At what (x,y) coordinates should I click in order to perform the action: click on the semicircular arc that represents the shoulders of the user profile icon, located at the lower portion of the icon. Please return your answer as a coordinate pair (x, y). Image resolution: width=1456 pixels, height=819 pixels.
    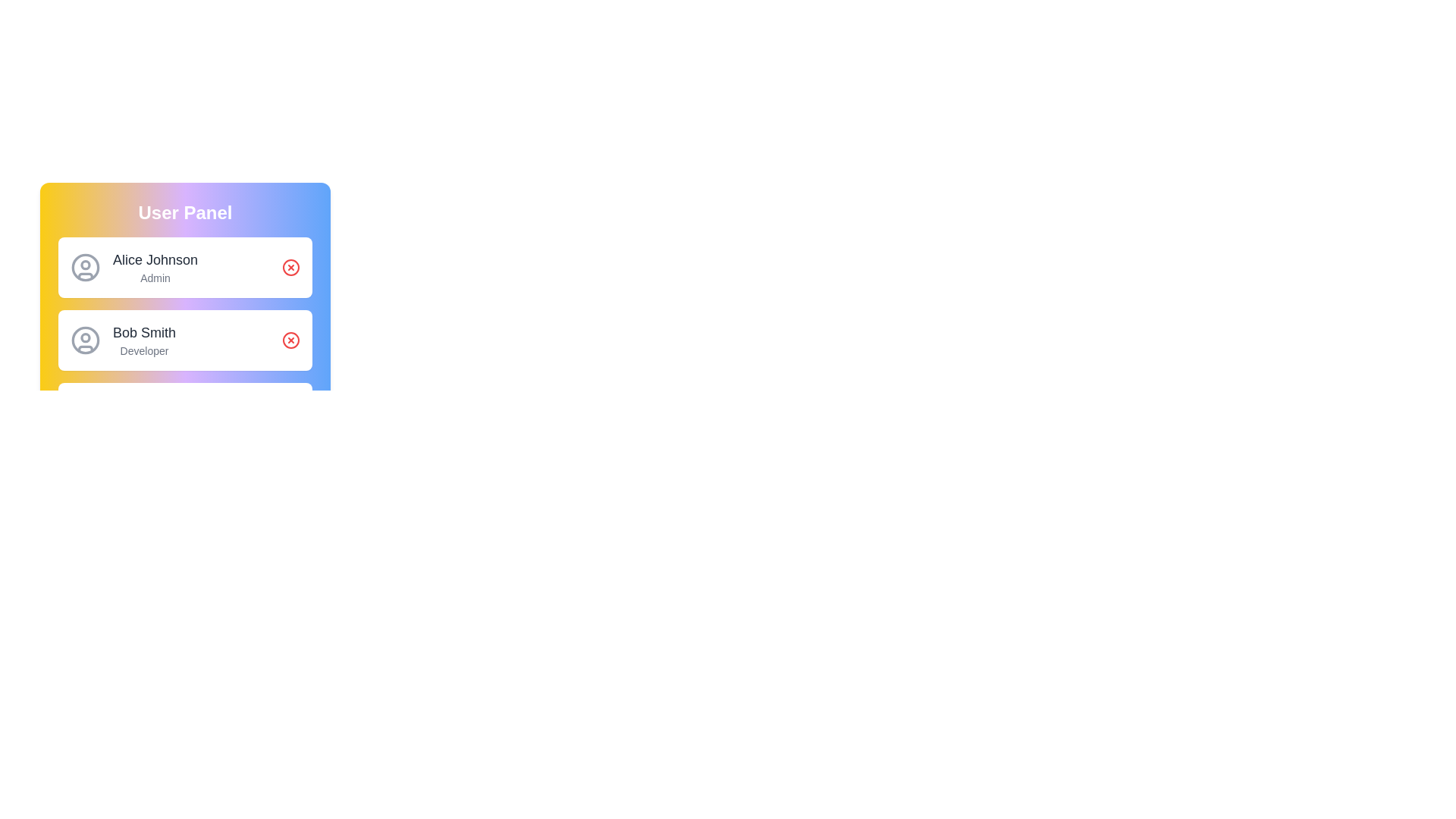
    Looking at the image, I should click on (85, 275).